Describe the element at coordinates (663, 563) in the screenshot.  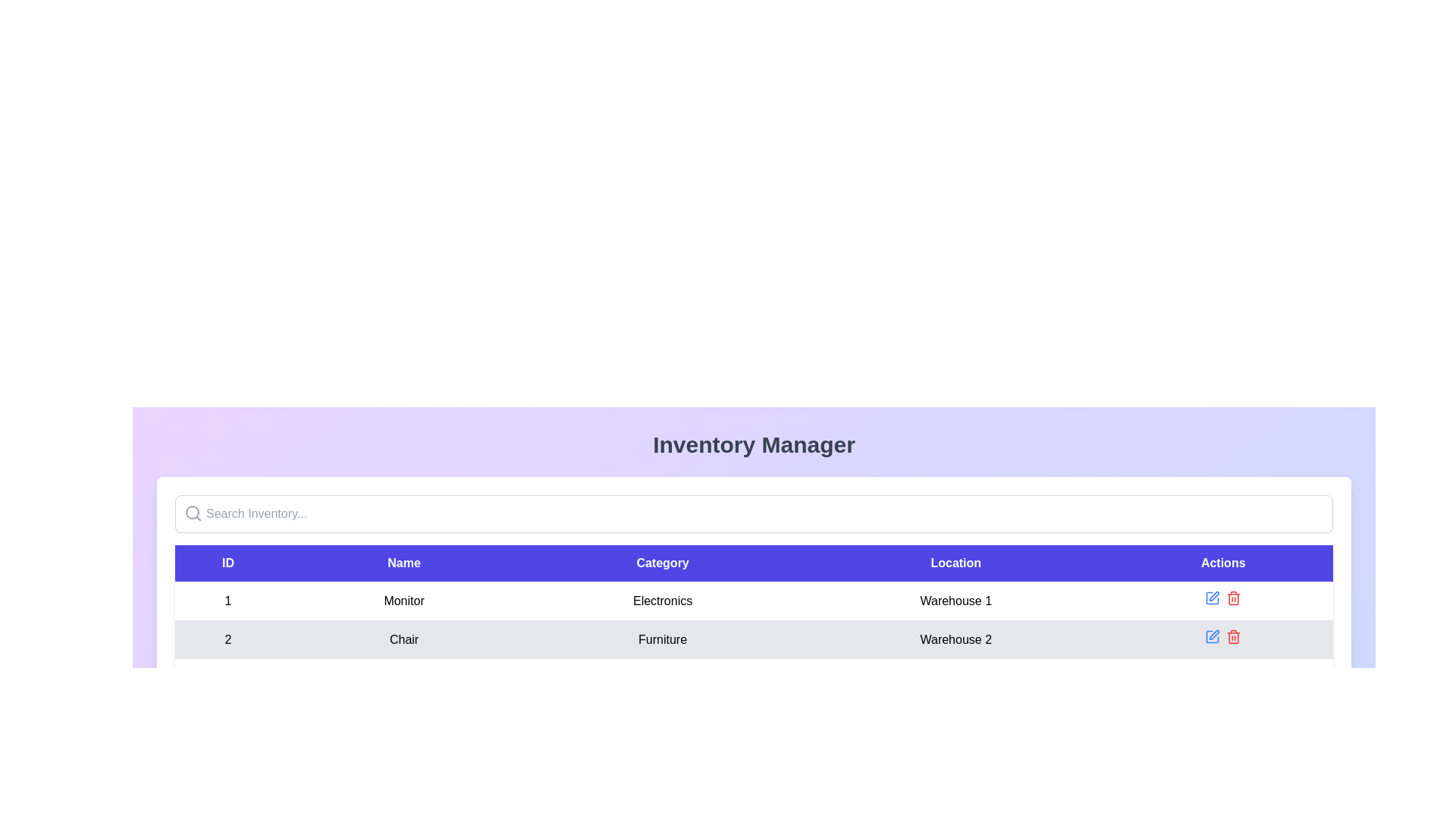
I see `the third column header in the table that indicates categories of listed items, which is centrally located between 'ID' and 'Name' on the header row` at that location.